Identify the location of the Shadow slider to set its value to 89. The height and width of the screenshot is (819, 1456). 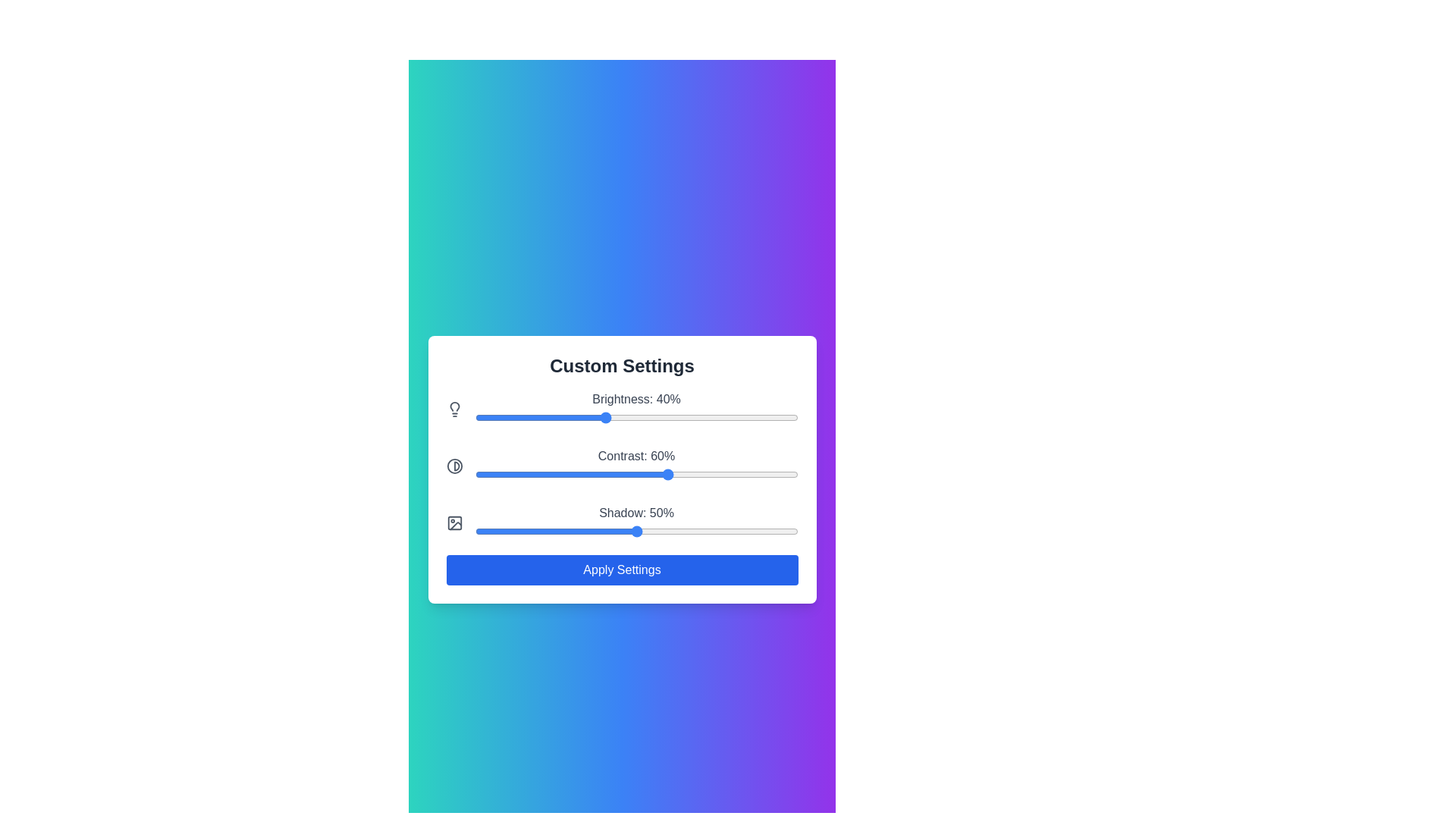
(762, 530).